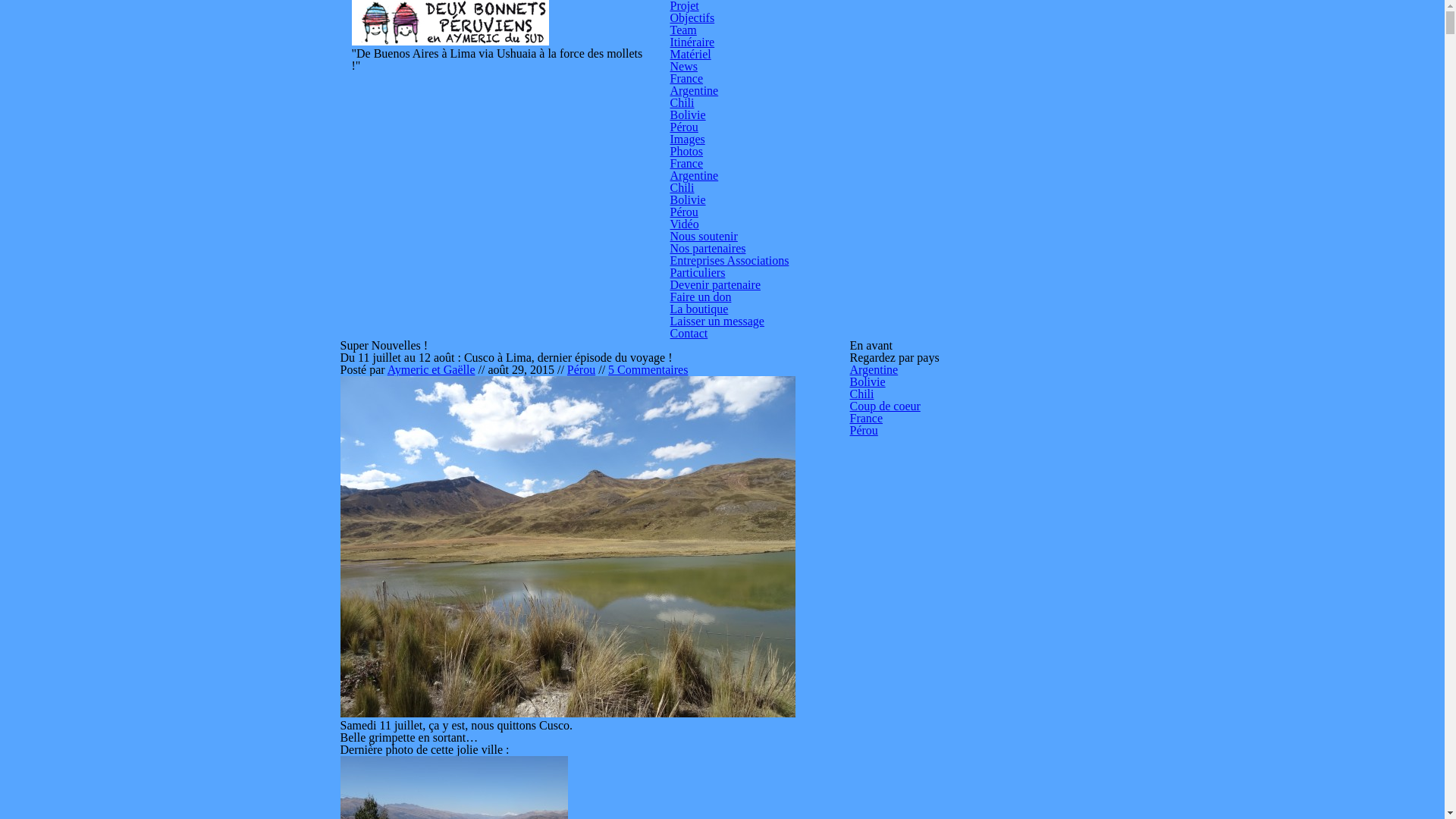 The image size is (1456, 819). What do you see at coordinates (884, 405) in the screenshot?
I see `'Coup de coeur'` at bounding box center [884, 405].